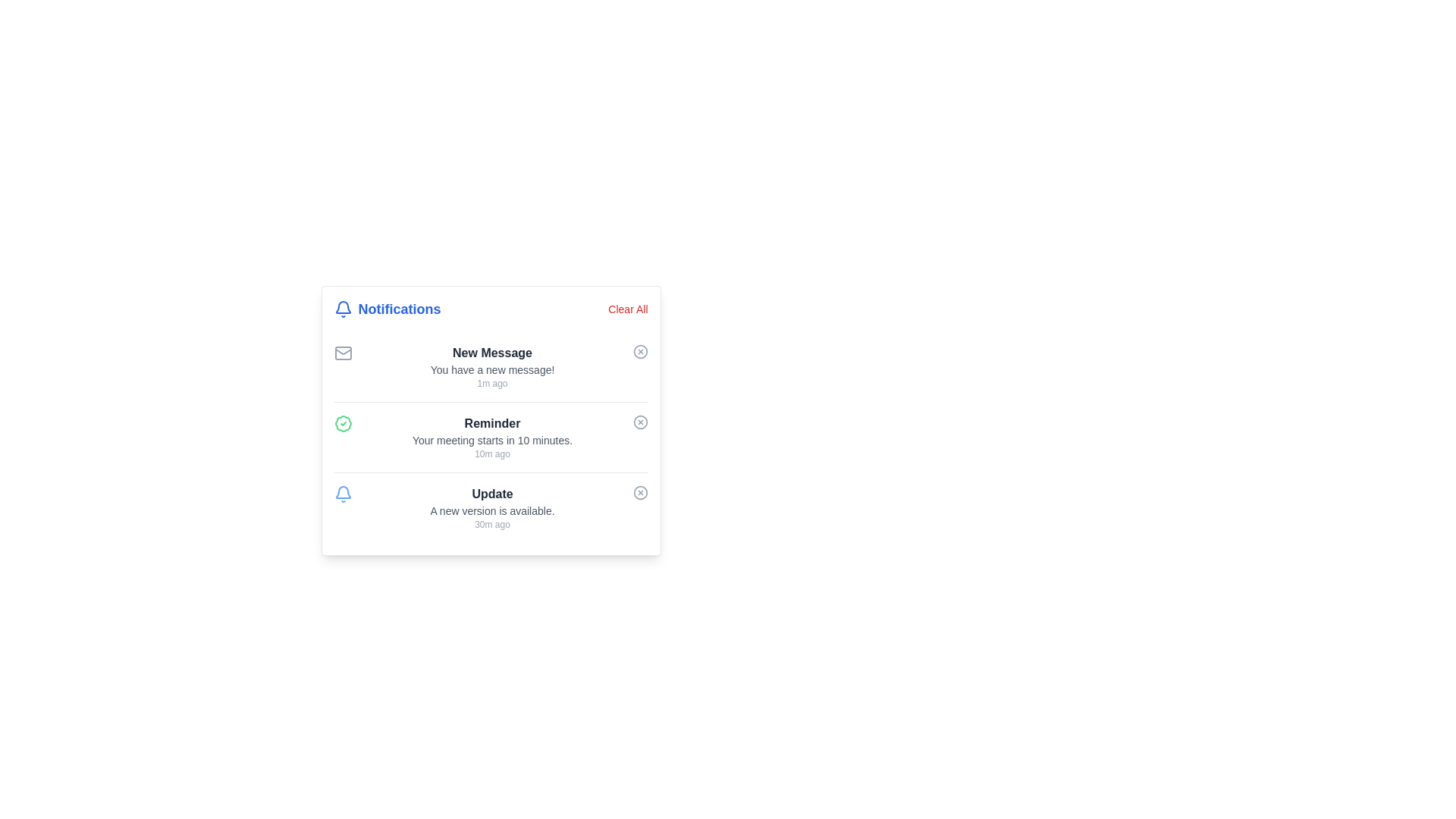 Image resolution: width=1456 pixels, height=819 pixels. Describe the element at coordinates (491, 507) in the screenshot. I see `the third notification entry in the notification panel, which serves to notify the user about a recent update` at that location.